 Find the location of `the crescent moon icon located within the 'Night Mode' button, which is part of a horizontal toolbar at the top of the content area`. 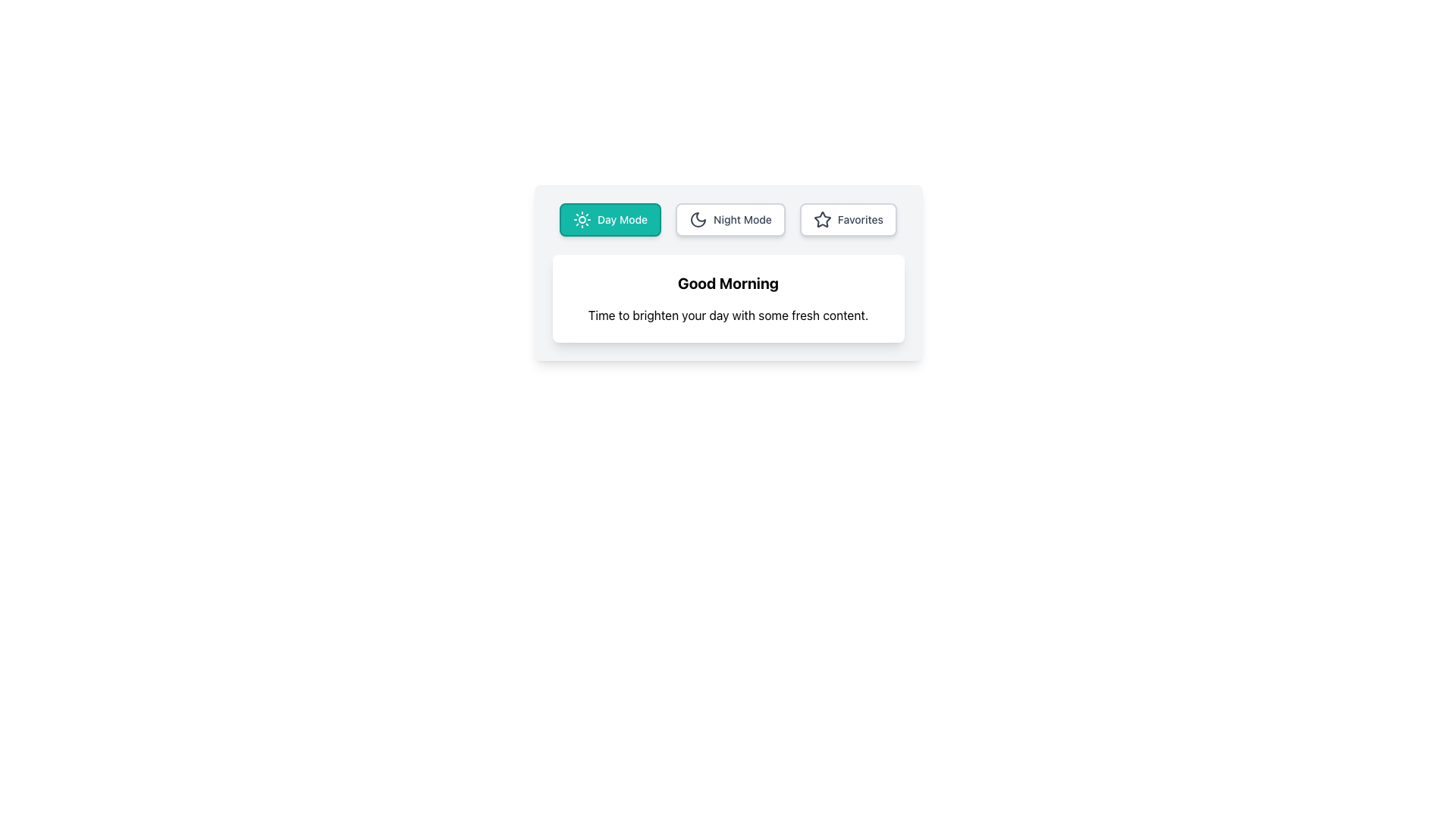

the crescent moon icon located within the 'Night Mode' button, which is part of a horizontal toolbar at the top of the content area is located at coordinates (698, 219).